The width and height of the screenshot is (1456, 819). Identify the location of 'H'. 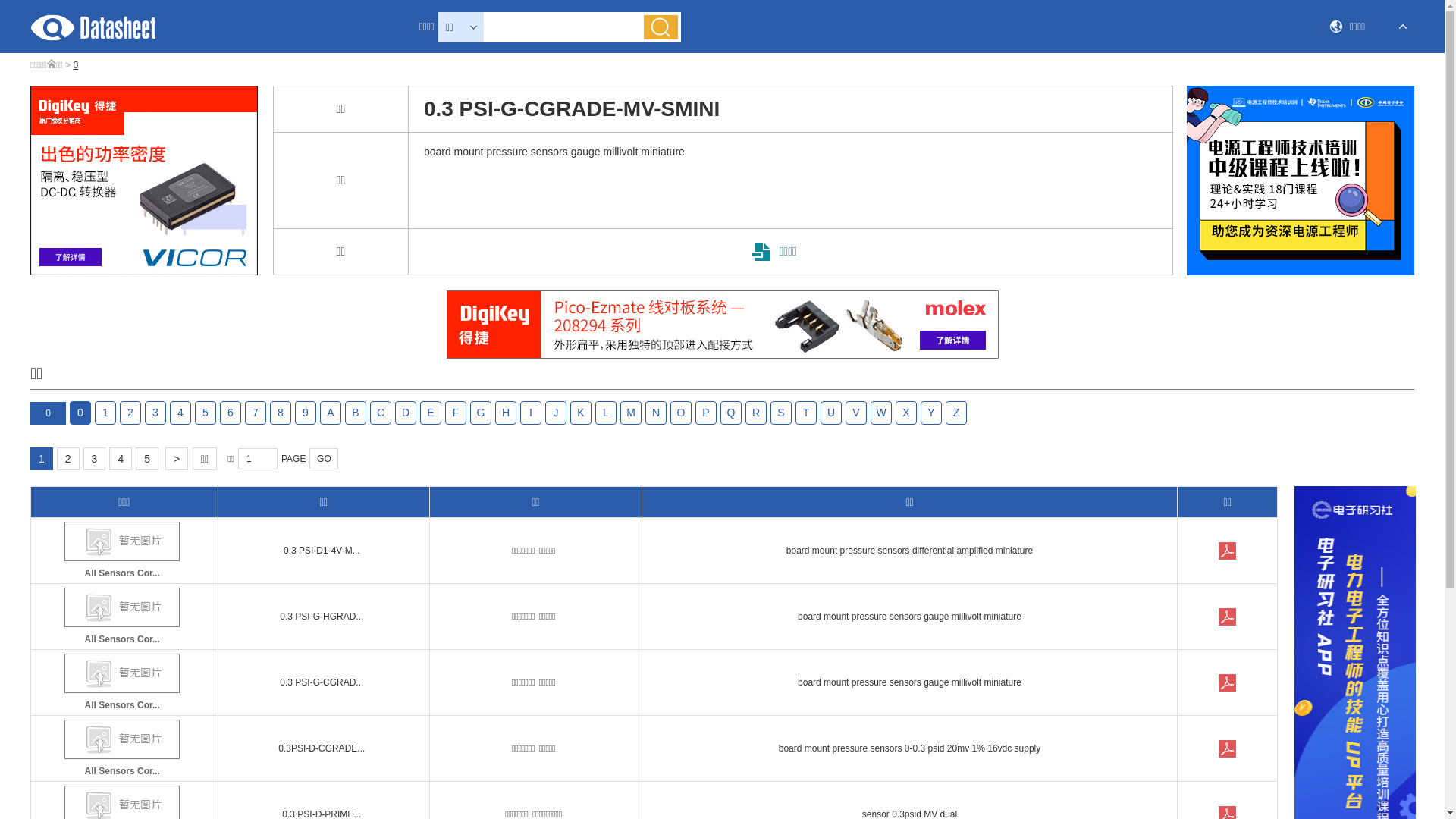
(506, 413).